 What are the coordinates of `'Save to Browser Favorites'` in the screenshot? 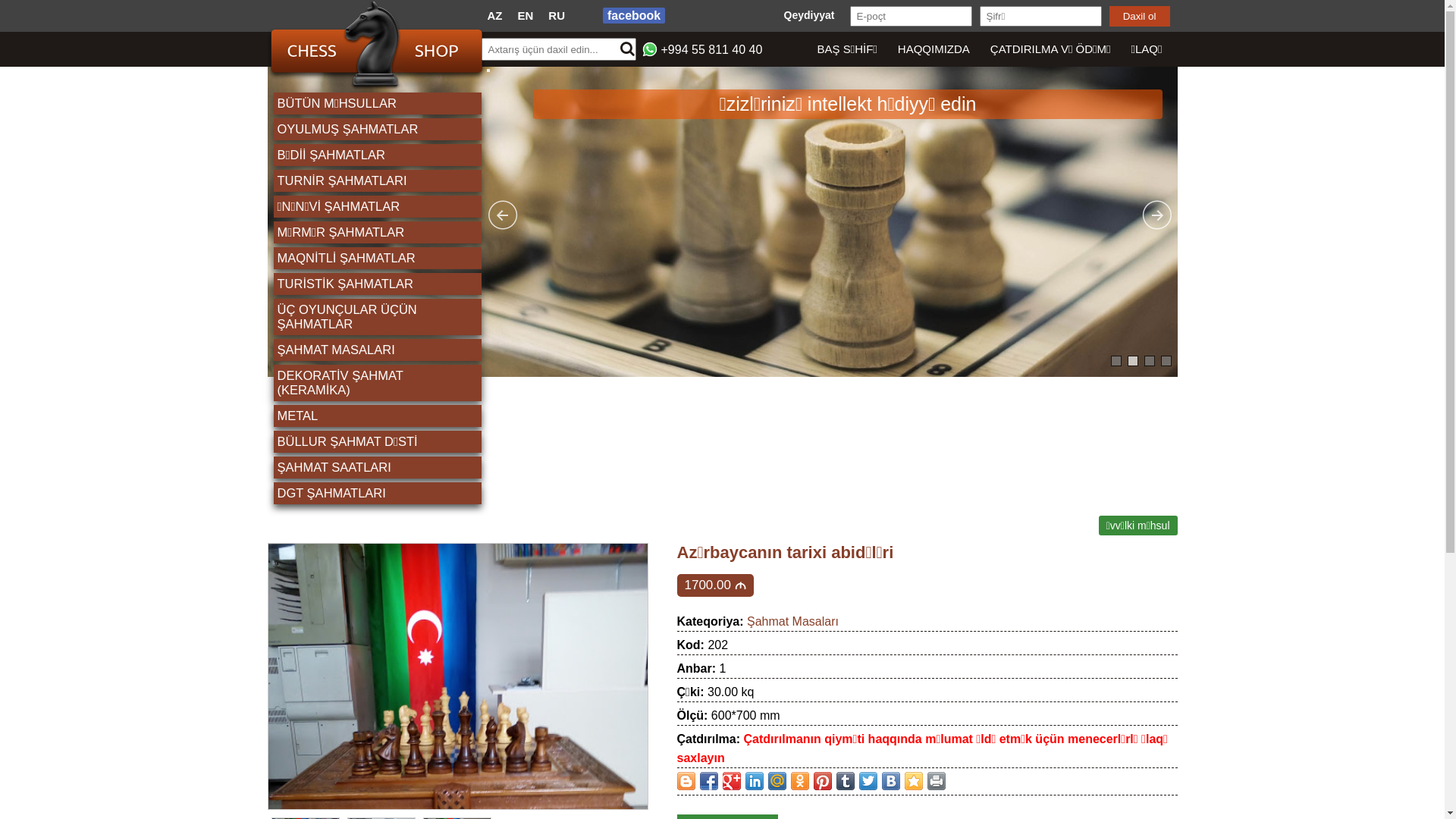 It's located at (912, 780).